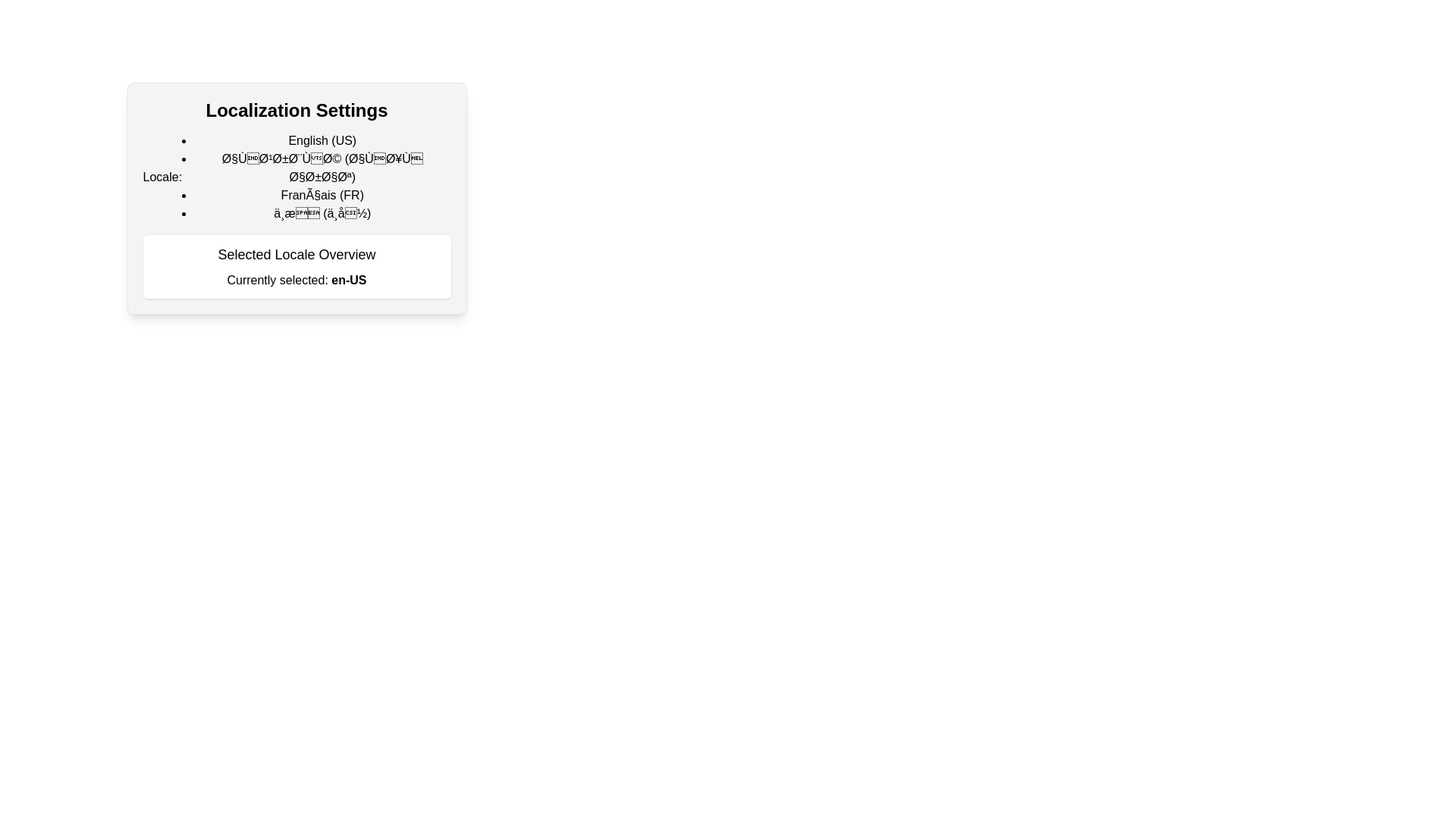 Image resolution: width=1456 pixels, height=819 pixels. What do you see at coordinates (322, 140) in the screenshot?
I see `the 'English (US)' text element` at bounding box center [322, 140].